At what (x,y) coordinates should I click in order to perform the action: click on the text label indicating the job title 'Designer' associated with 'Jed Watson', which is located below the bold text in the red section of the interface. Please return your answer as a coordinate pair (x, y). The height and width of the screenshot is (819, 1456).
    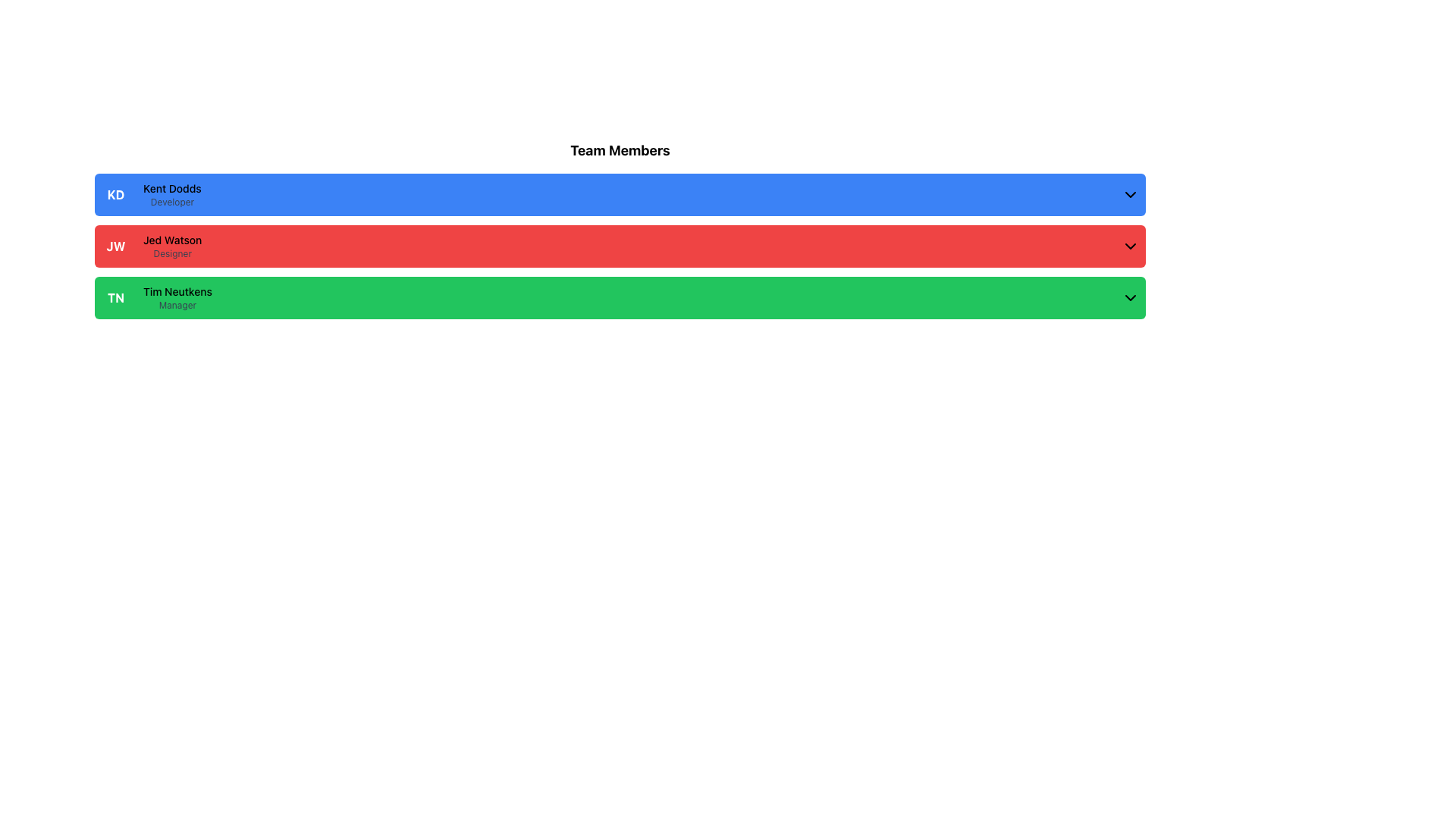
    Looking at the image, I should click on (172, 253).